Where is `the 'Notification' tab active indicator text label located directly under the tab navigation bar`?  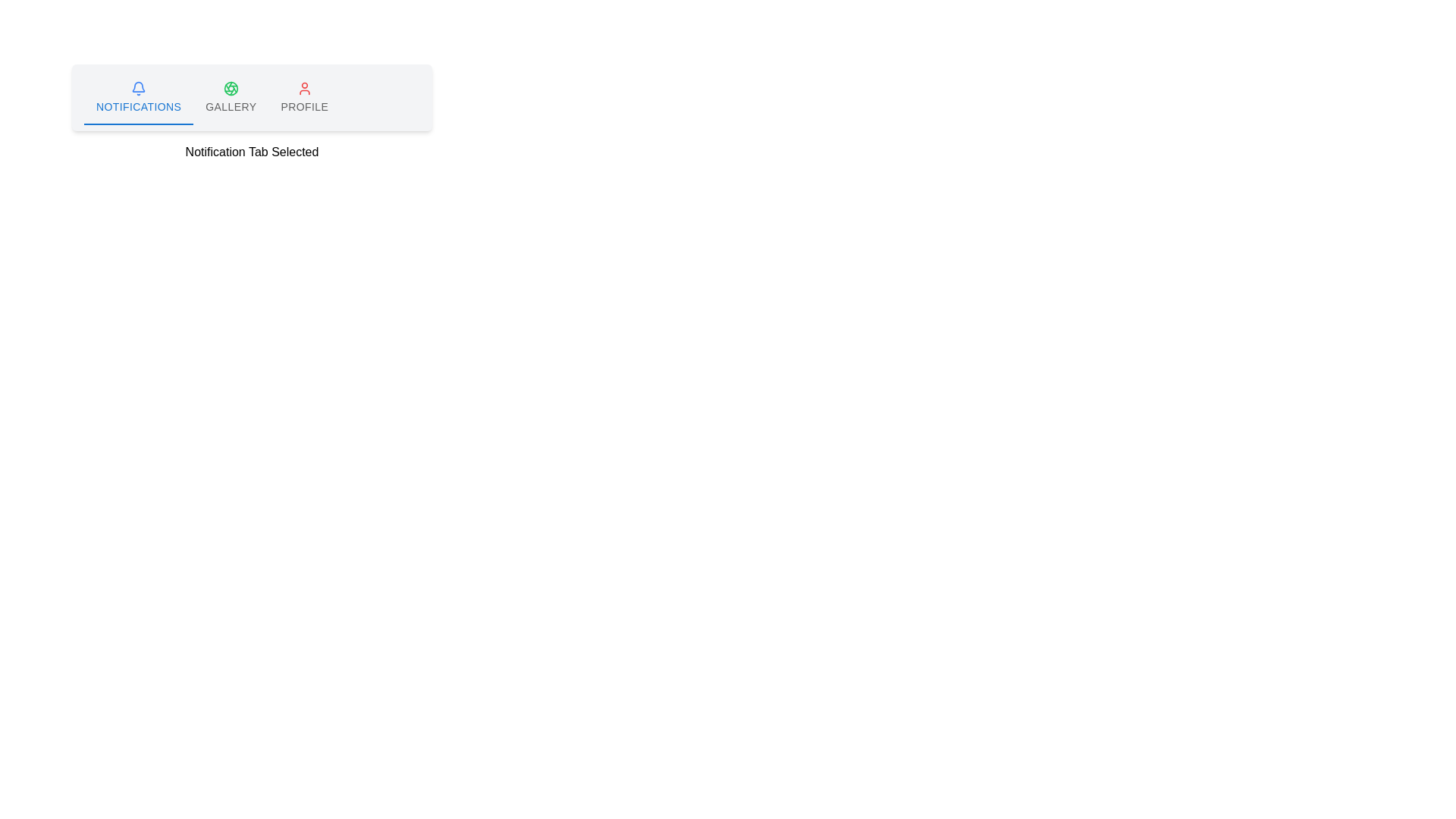 the 'Notification' tab active indicator text label located directly under the tab navigation bar is located at coordinates (252, 152).